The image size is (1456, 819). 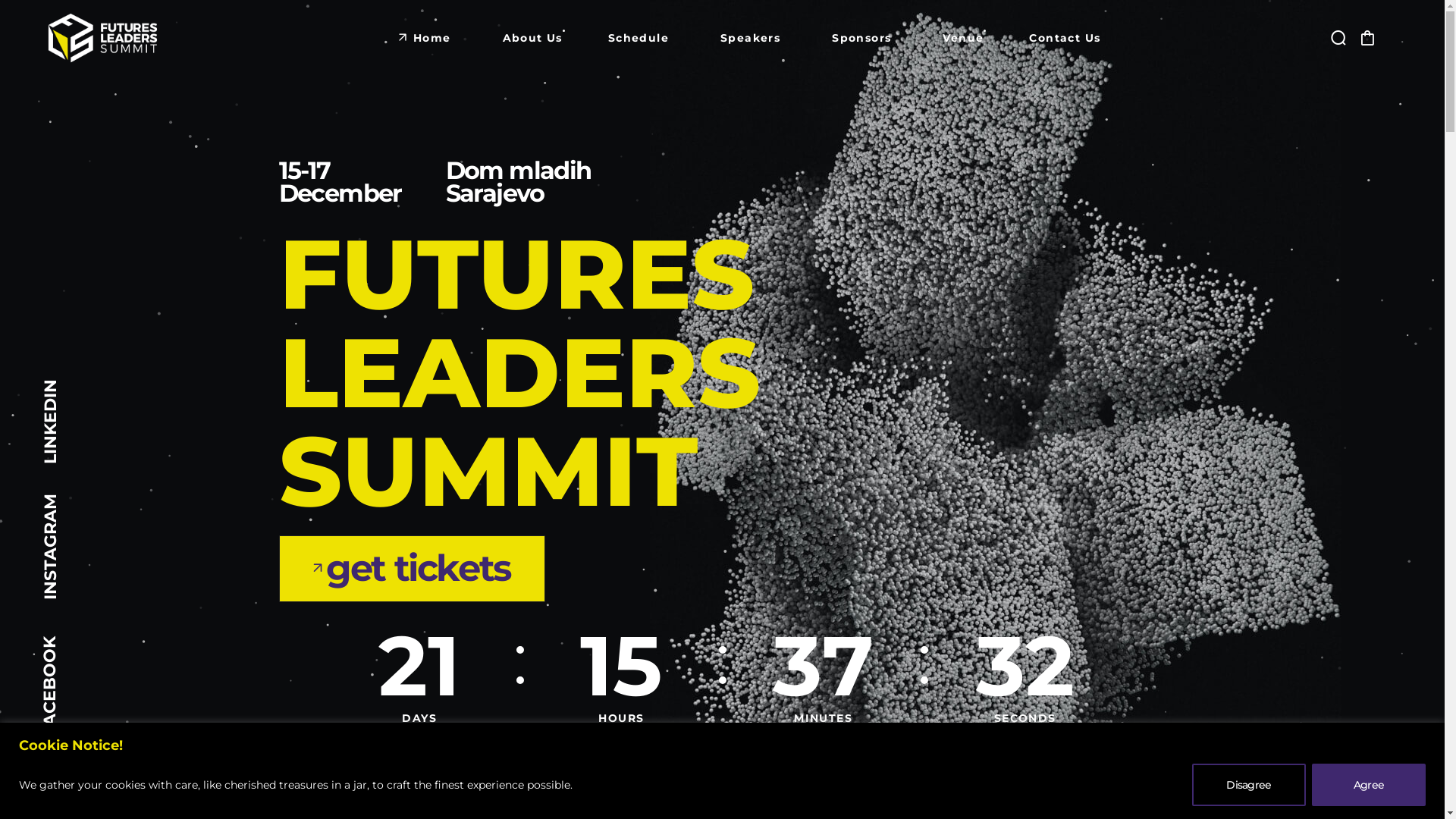 What do you see at coordinates (1368, 783) in the screenshot?
I see `'Agree'` at bounding box center [1368, 783].